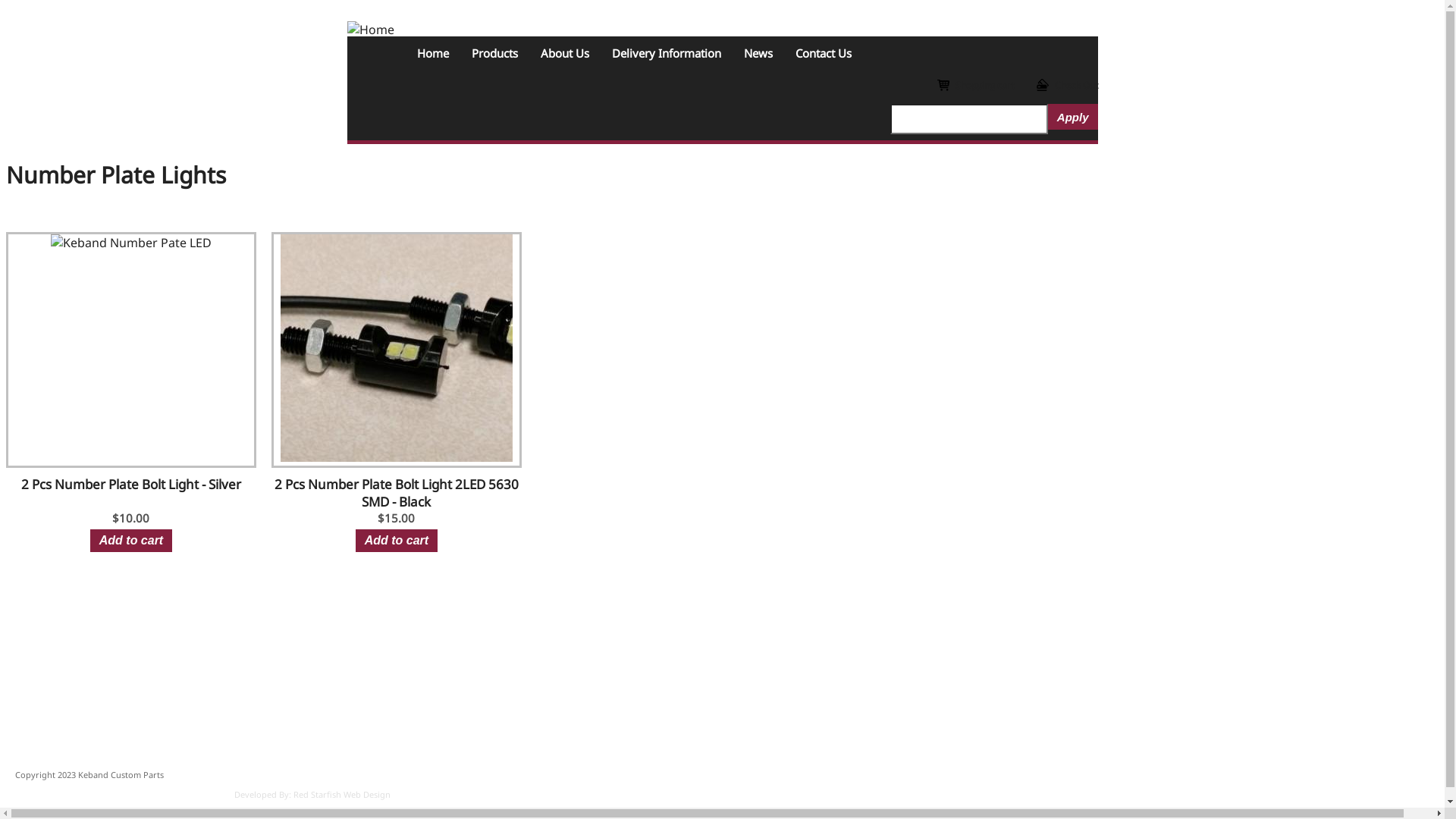 Image resolution: width=1456 pixels, height=819 pixels. I want to click on 'Check Out', so click(1065, 85).